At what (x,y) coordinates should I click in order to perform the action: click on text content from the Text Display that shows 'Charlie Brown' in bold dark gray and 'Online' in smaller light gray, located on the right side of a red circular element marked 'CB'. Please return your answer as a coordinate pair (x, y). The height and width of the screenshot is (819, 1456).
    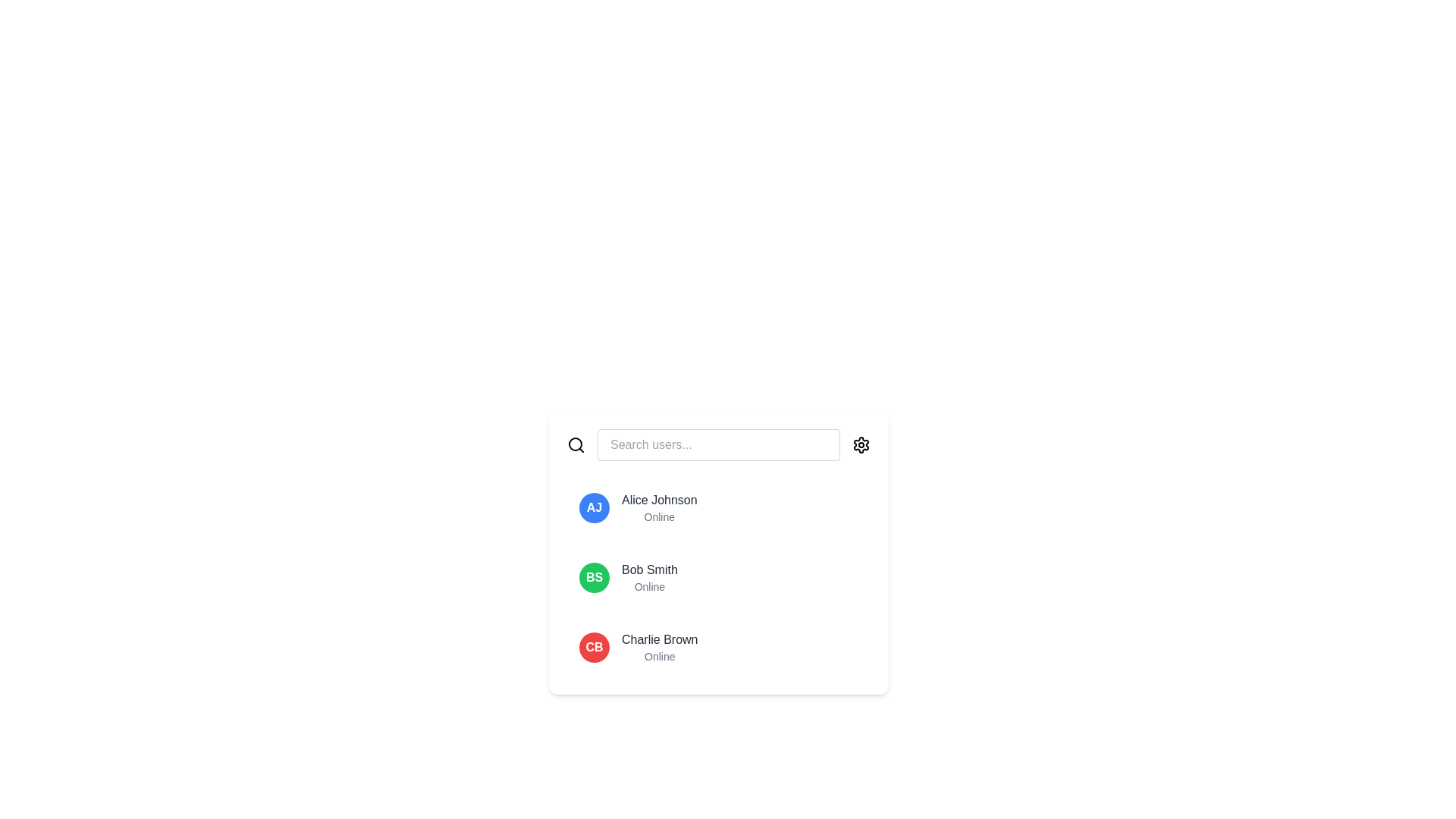
    Looking at the image, I should click on (660, 647).